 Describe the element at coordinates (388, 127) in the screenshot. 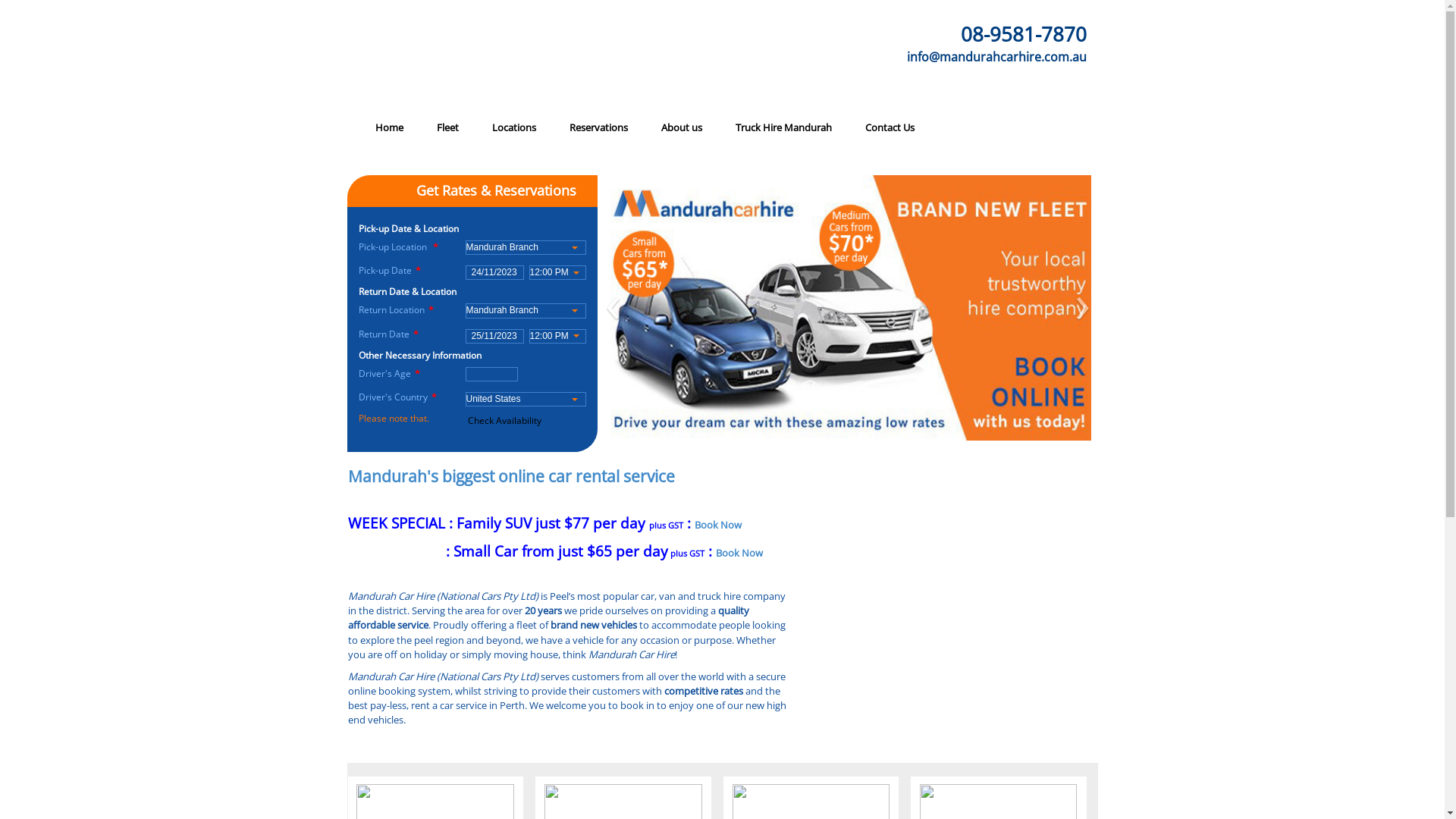

I see `'Home'` at that location.